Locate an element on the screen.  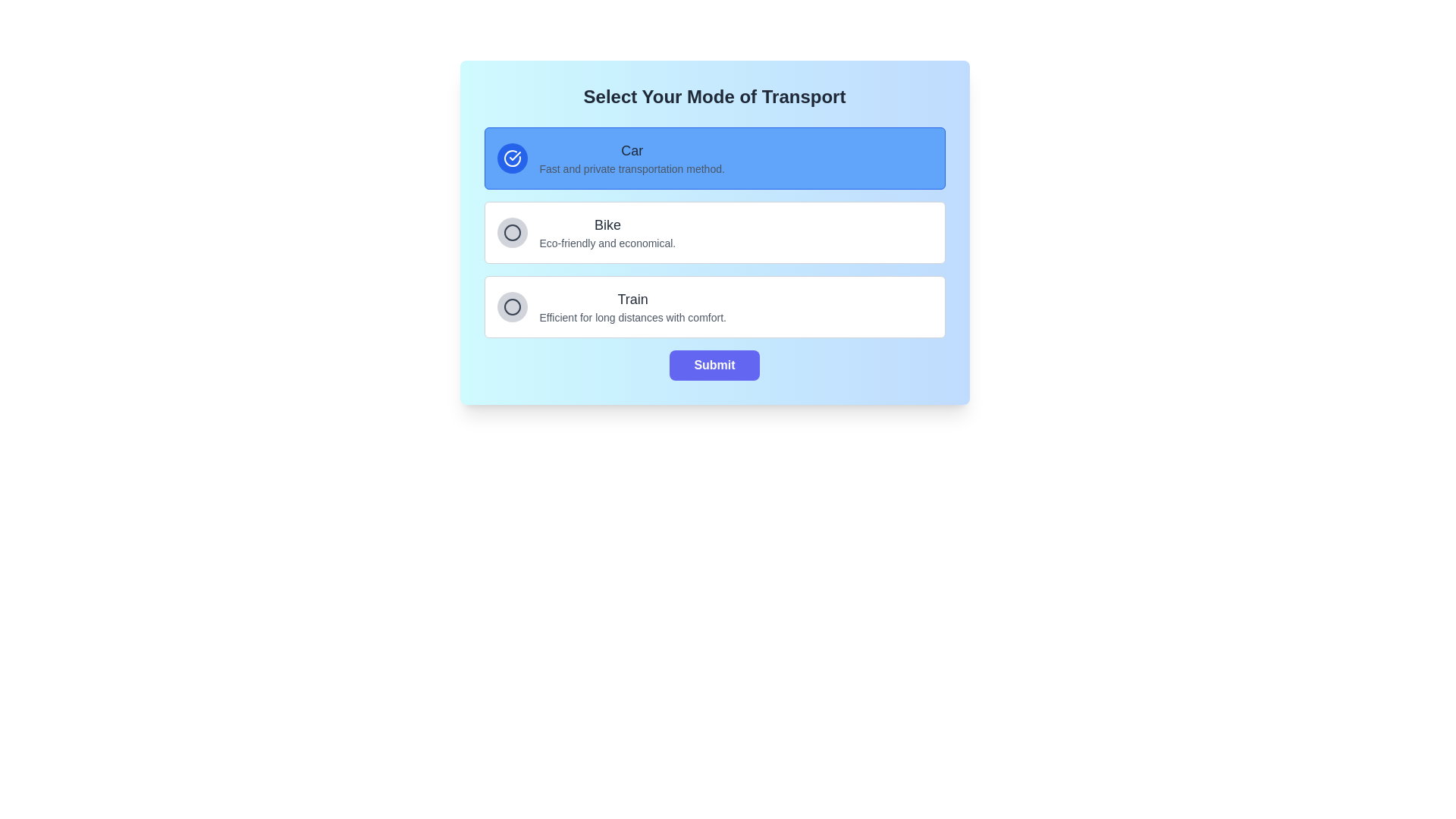
the center of the Radio Button Circle located adjacent to the 'Bike' label is located at coordinates (512, 233).